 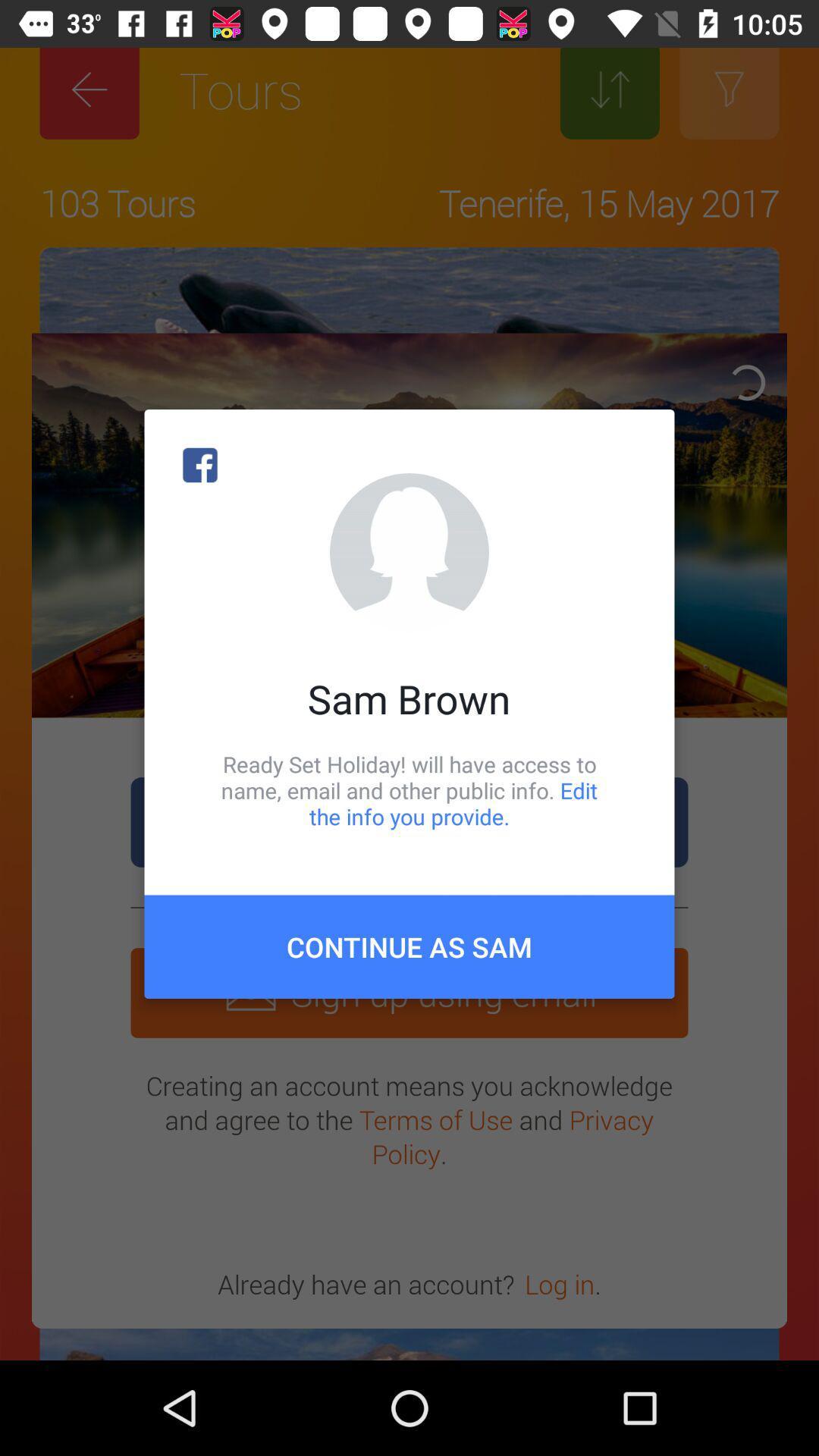 I want to click on ready set holiday, so click(x=409, y=789).